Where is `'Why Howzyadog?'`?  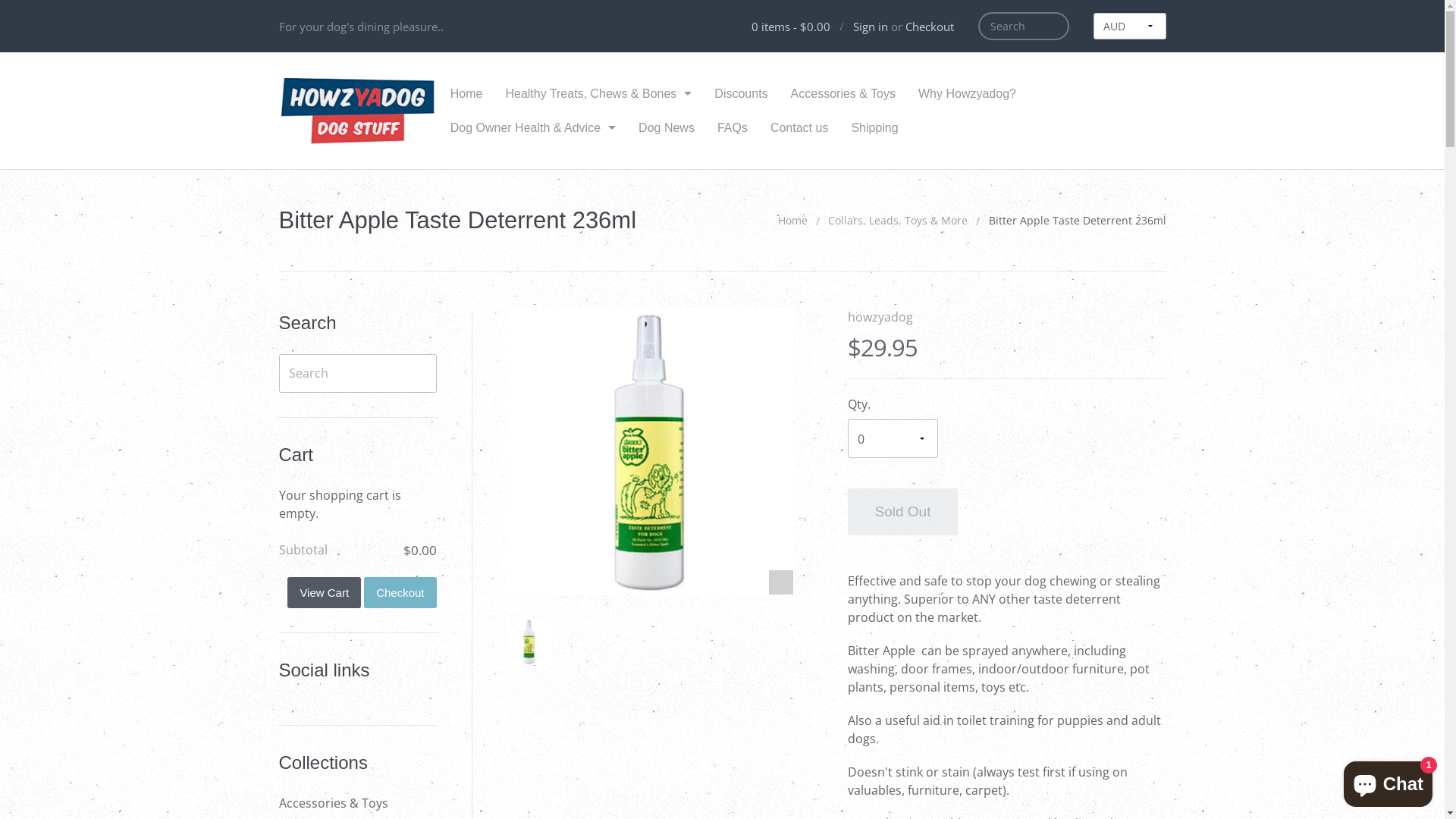
'Why Howzyadog?' is located at coordinates (966, 93).